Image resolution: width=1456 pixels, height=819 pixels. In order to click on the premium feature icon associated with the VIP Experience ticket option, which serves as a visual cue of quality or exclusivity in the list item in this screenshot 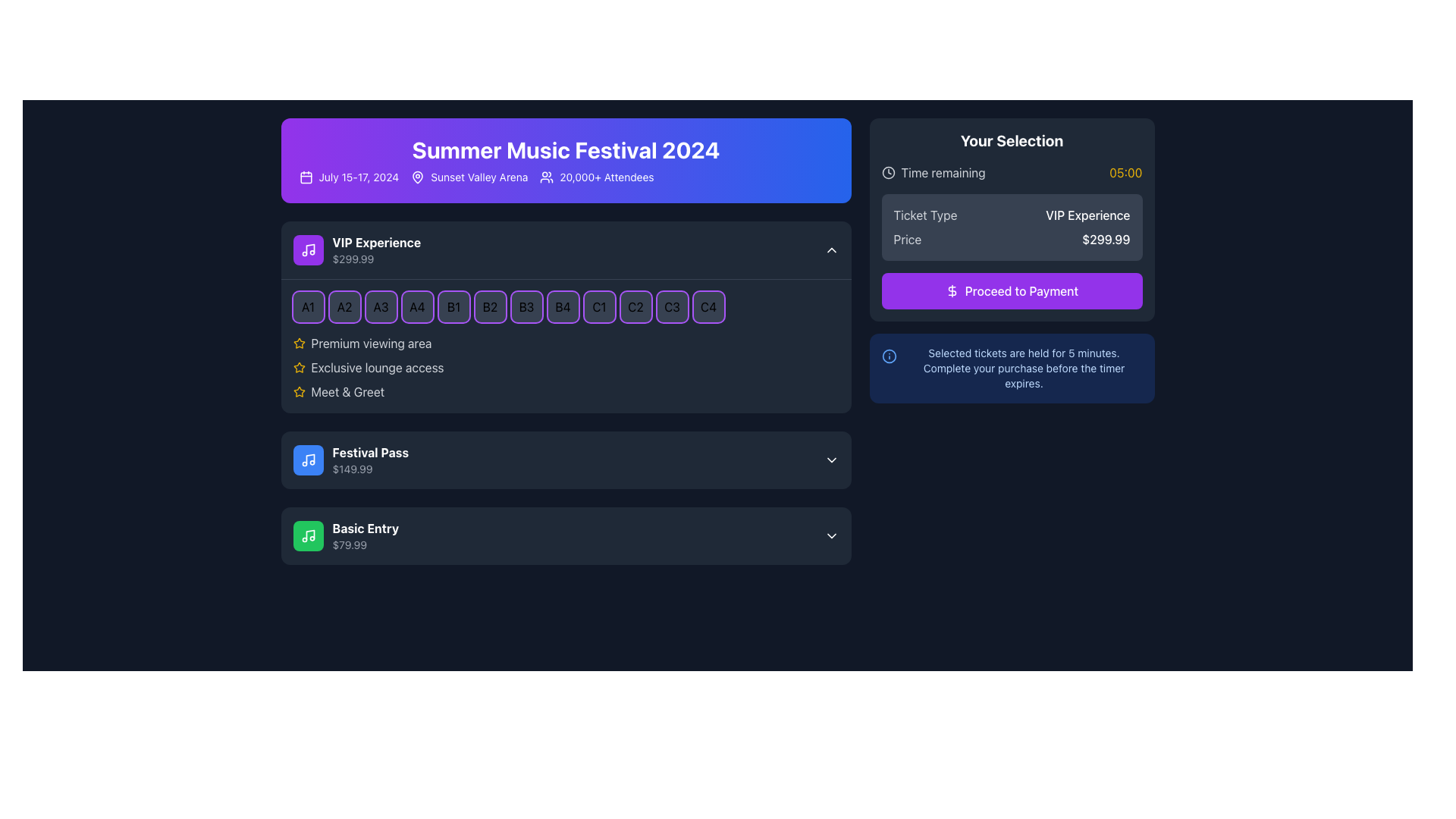, I will do `click(299, 391)`.